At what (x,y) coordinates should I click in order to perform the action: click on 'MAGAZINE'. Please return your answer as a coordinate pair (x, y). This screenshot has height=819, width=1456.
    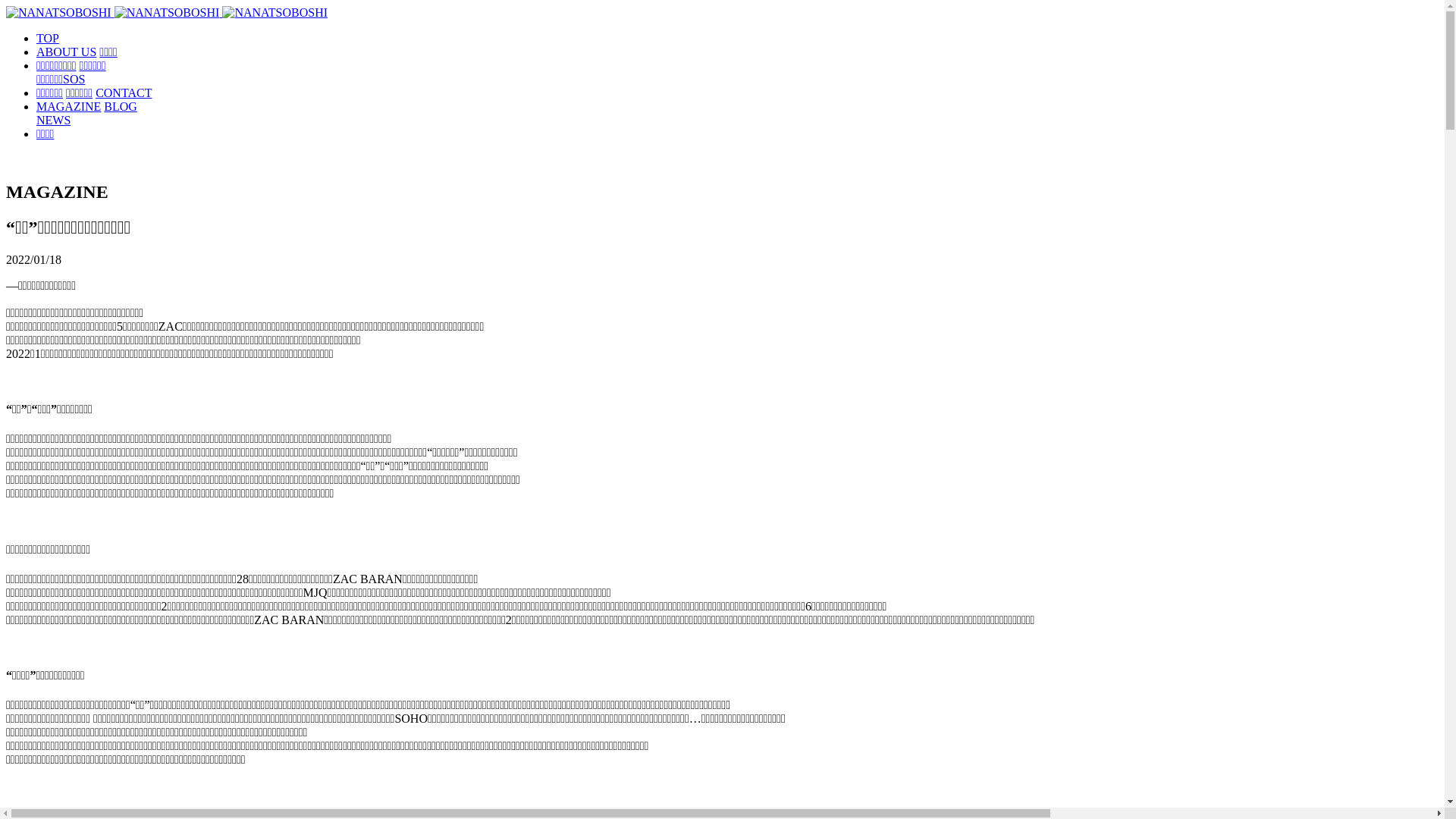
    Looking at the image, I should click on (67, 105).